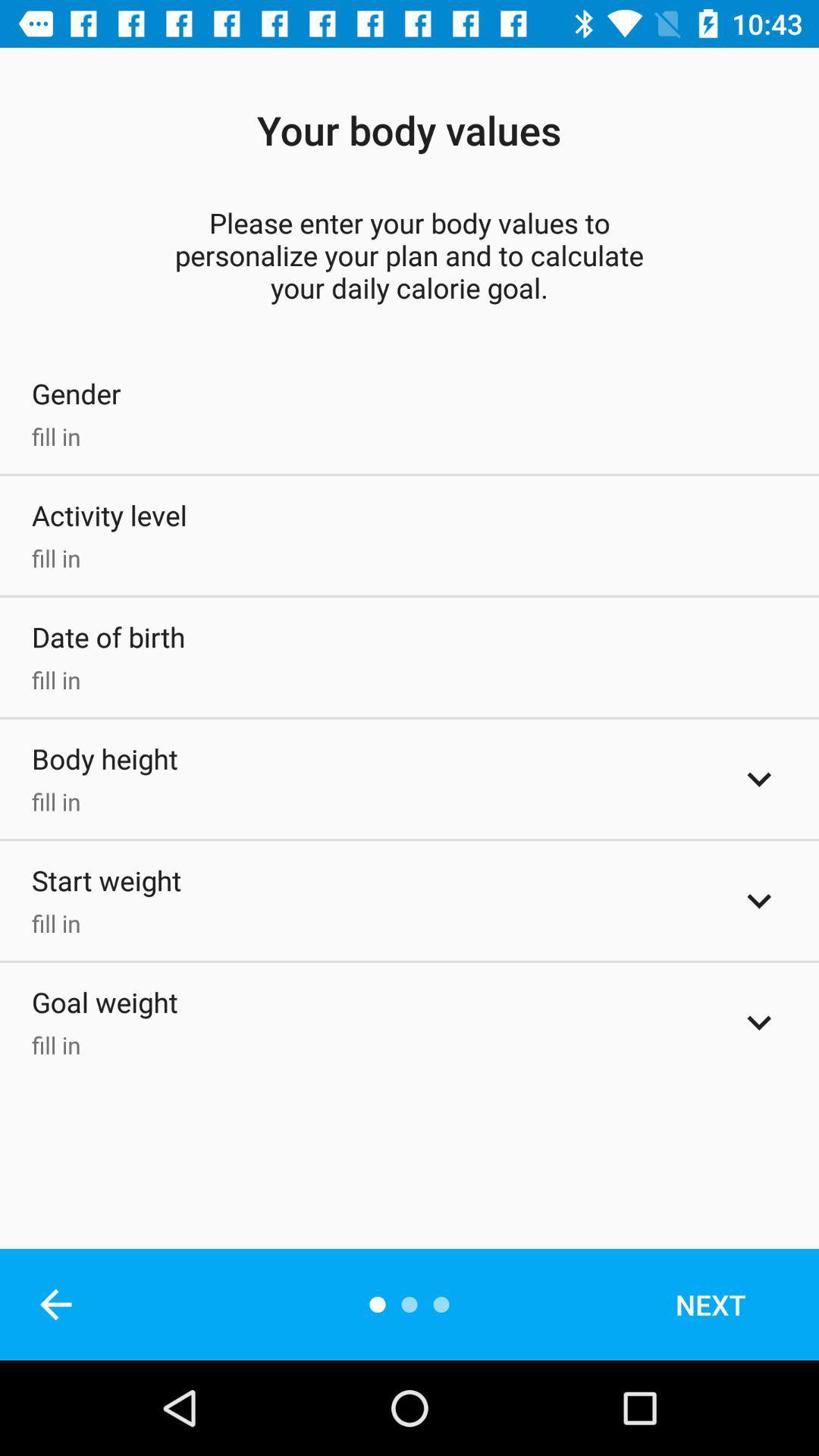 This screenshot has height=1456, width=819. Describe the element at coordinates (759, 901) in the screenshot. I see `down arrow option` at that location.